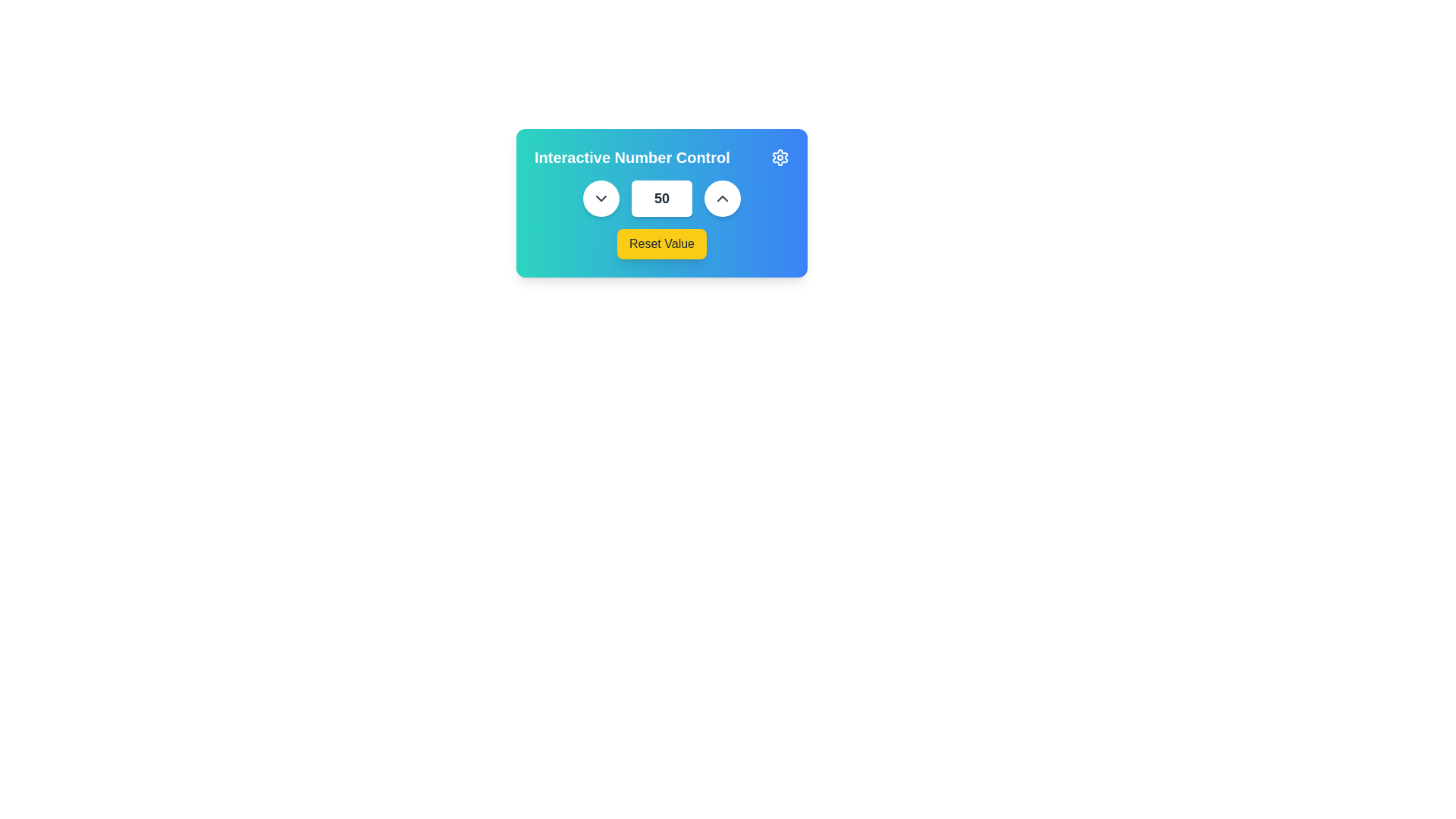 The width and height of the screenshot is (1456, 819). I want to click on the settings icon located at the top-right corner of the interactive number control panel, so click(780, 158).